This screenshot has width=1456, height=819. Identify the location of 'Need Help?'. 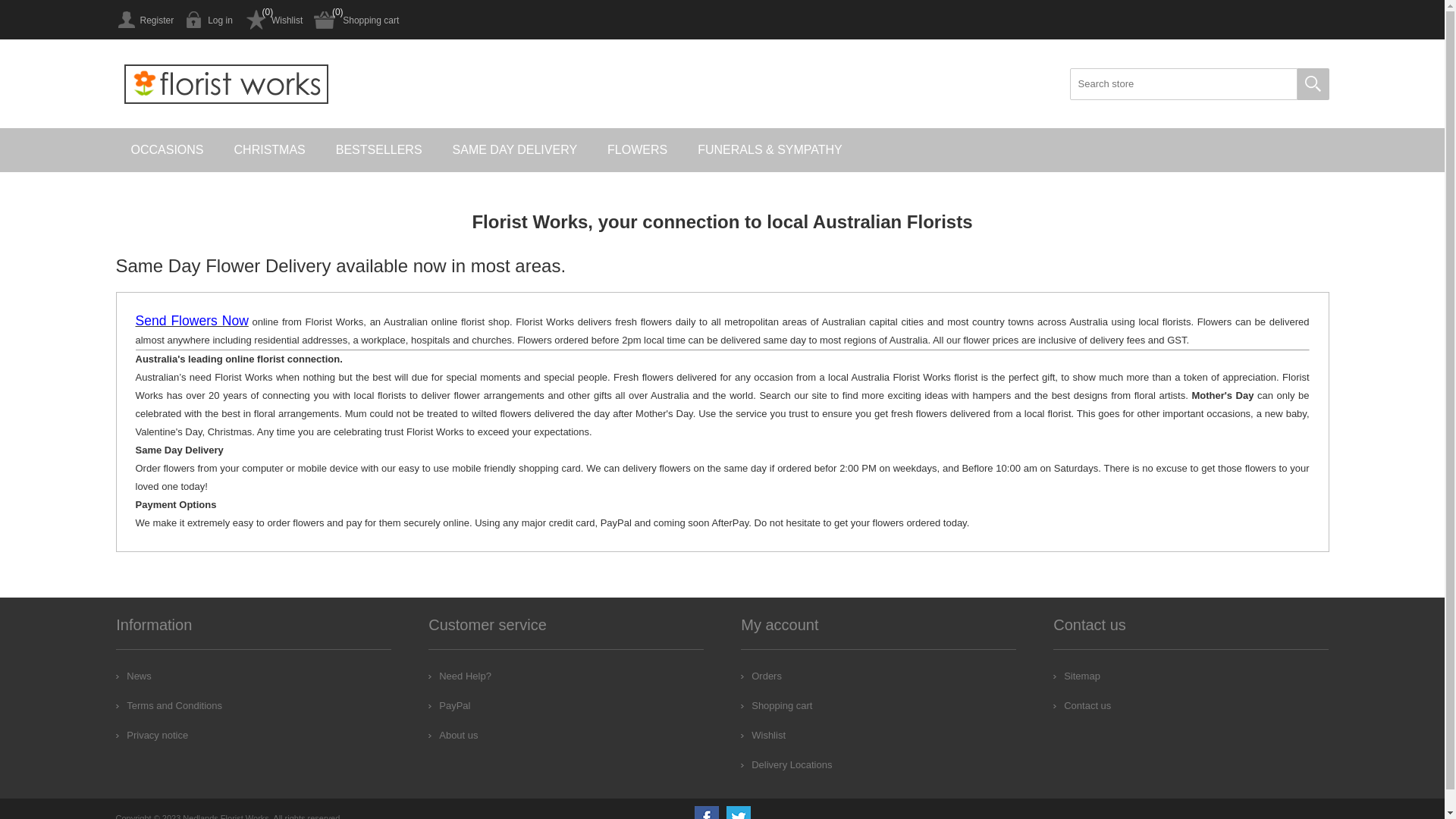
(459, 675).